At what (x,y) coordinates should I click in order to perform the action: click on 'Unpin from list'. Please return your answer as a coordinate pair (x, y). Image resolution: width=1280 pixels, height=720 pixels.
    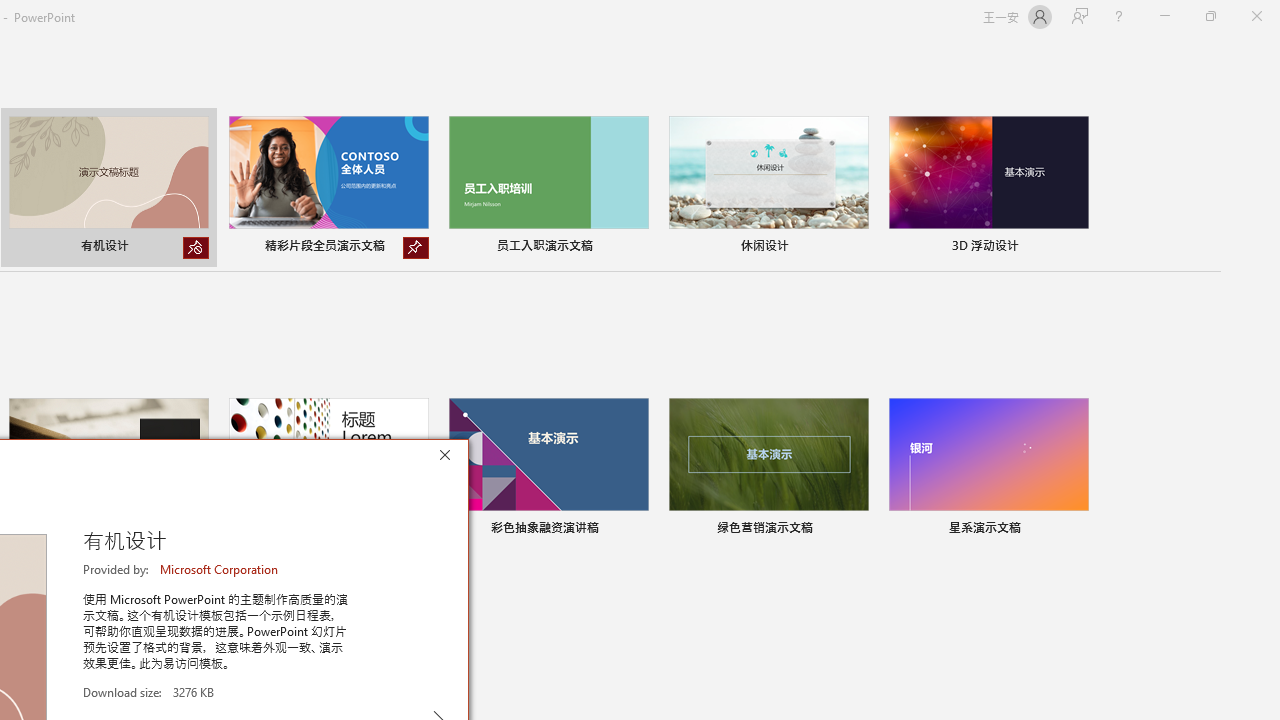
    Looking at the image, I should click on (415, 247).